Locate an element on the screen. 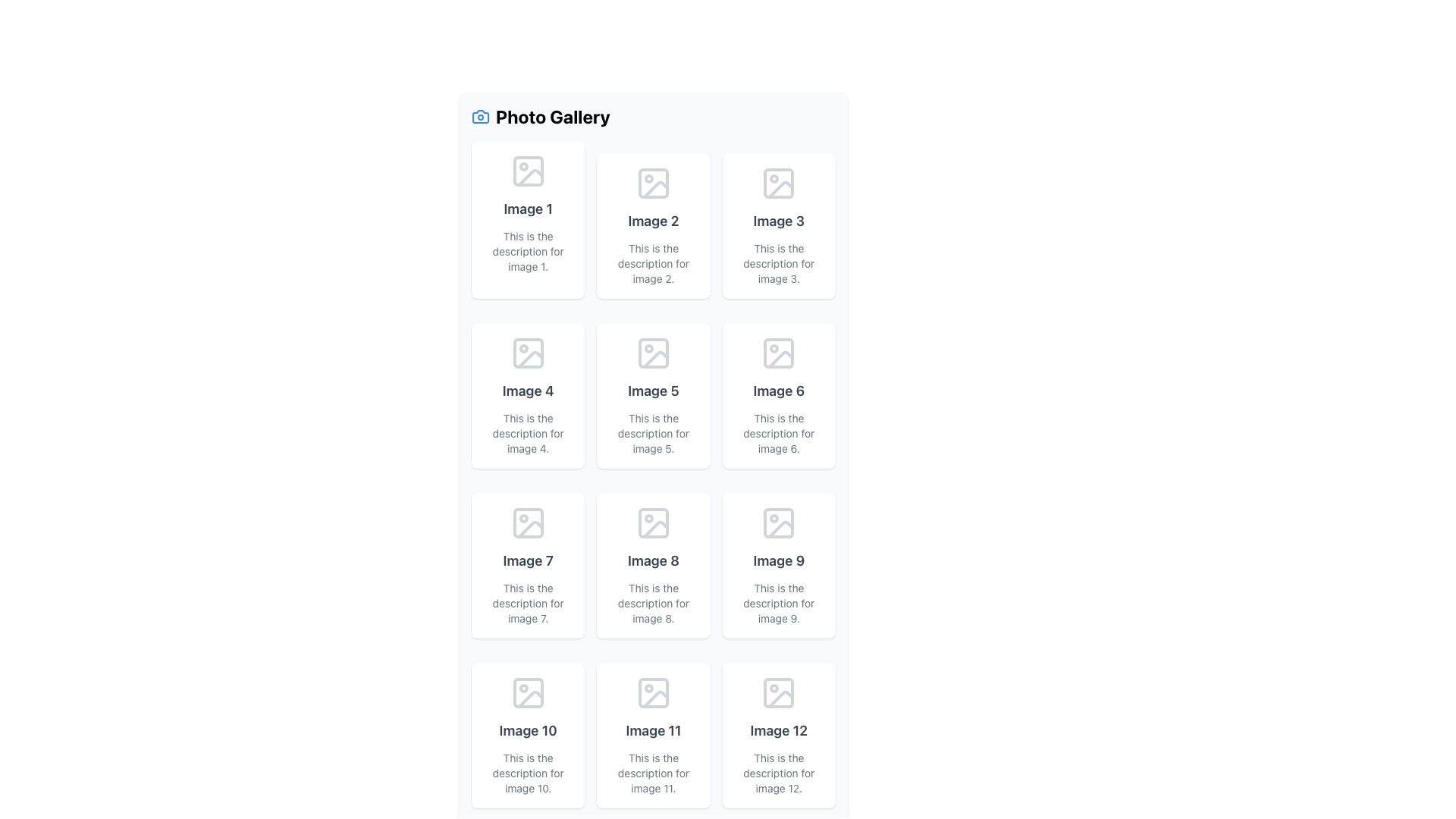  the icon resembling an image placeholder, which is styled with a light gray color and is located above the 'Image 1' label in the card layout is located at coordinates (528, 171).